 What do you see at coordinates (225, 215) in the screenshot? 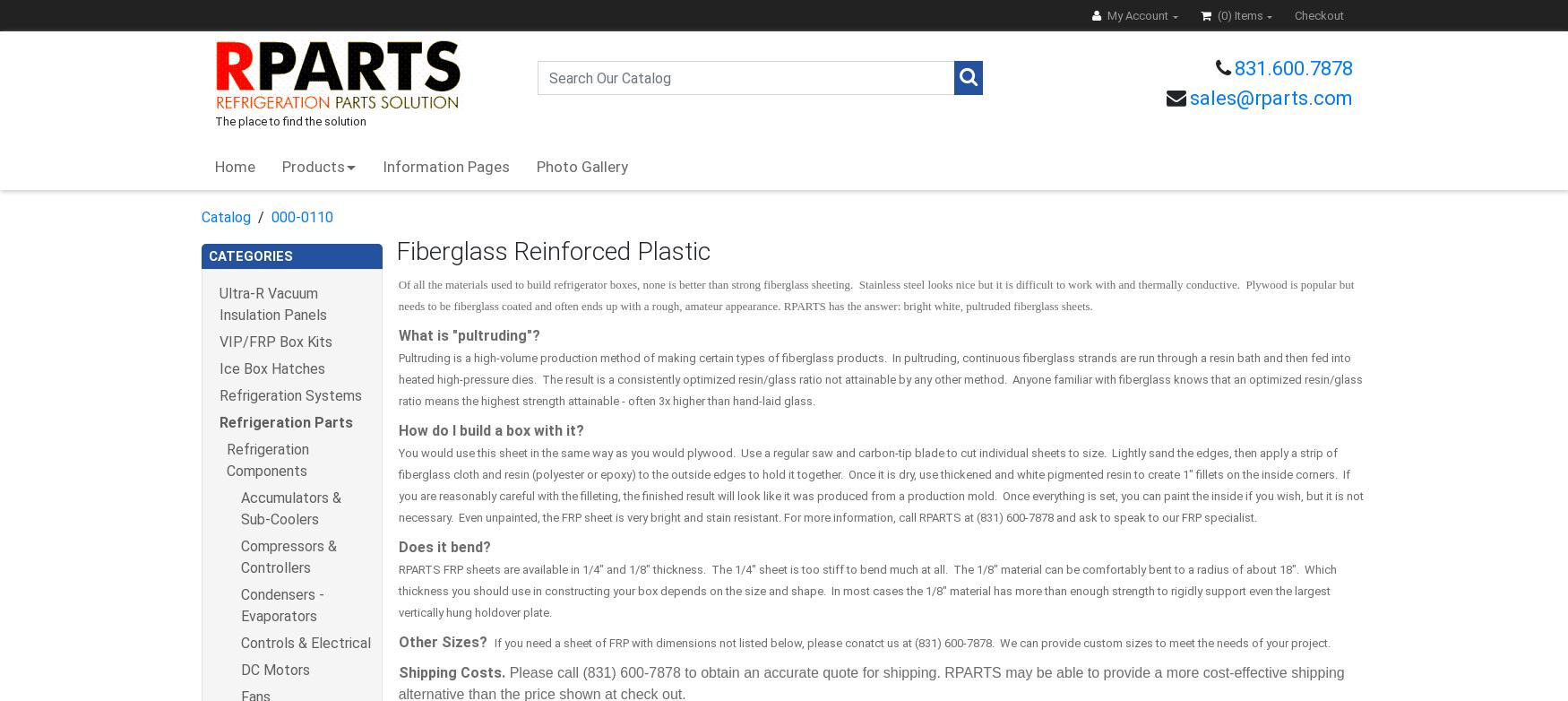
I see `'Catalog'` at bounding box center [225, 215].